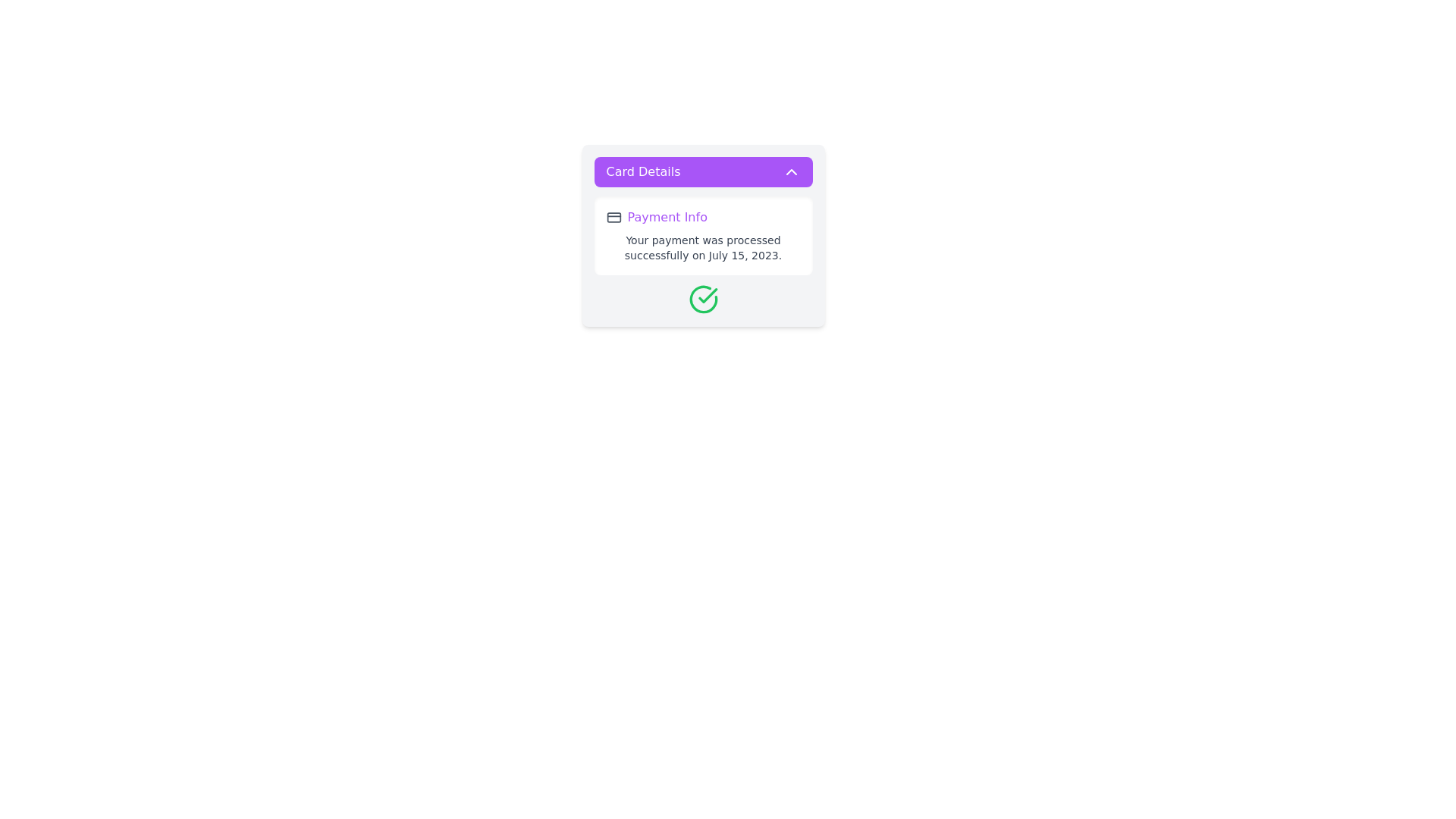 The image size is (1456, 819). Describe the element at coordinates (702, 247) in the screenshot. I see `the confirmation information text label located beneath the 'Payment Info' heading, which conveys details about a successful payment` at that location.